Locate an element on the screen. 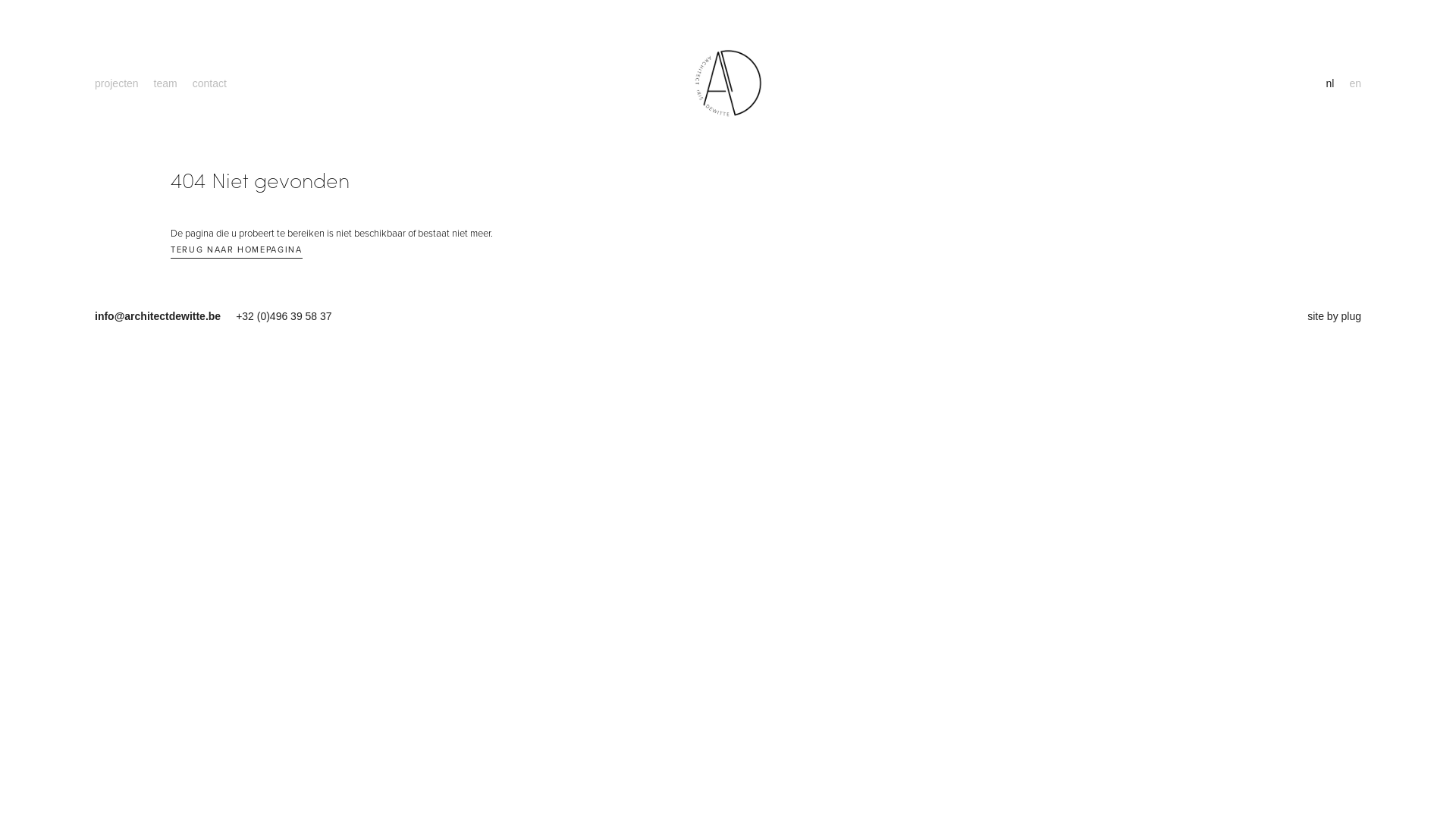 Image resolution: width=1456 pixels, height=819 pixels. 'nl' is located at coordinates (1325, 83).